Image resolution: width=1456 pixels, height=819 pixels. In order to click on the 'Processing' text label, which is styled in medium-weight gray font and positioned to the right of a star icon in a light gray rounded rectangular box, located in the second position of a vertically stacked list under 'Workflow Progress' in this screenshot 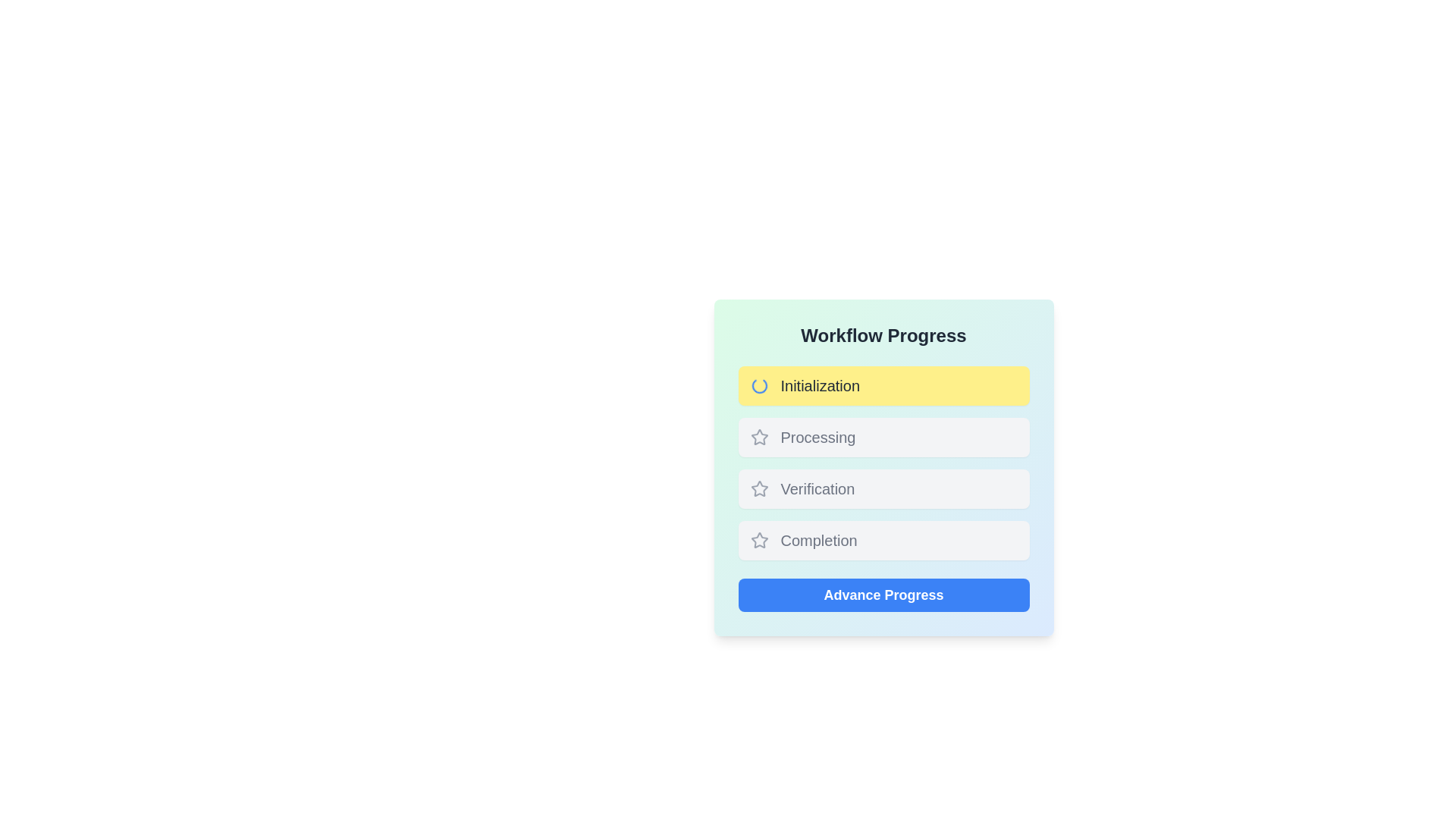, I will do `click(817, 438)`.